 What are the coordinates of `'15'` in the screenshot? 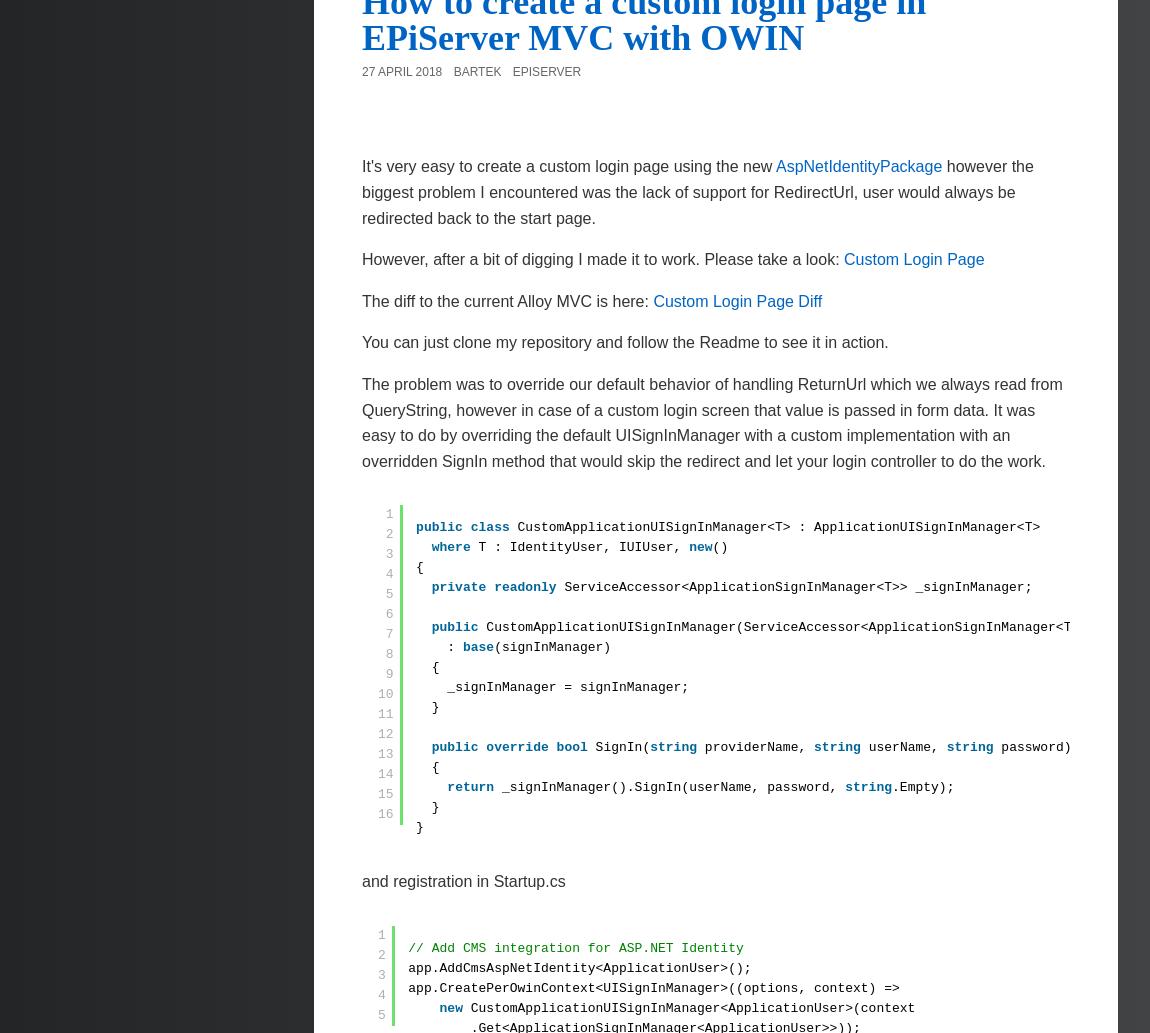 It's located at (385, 794).